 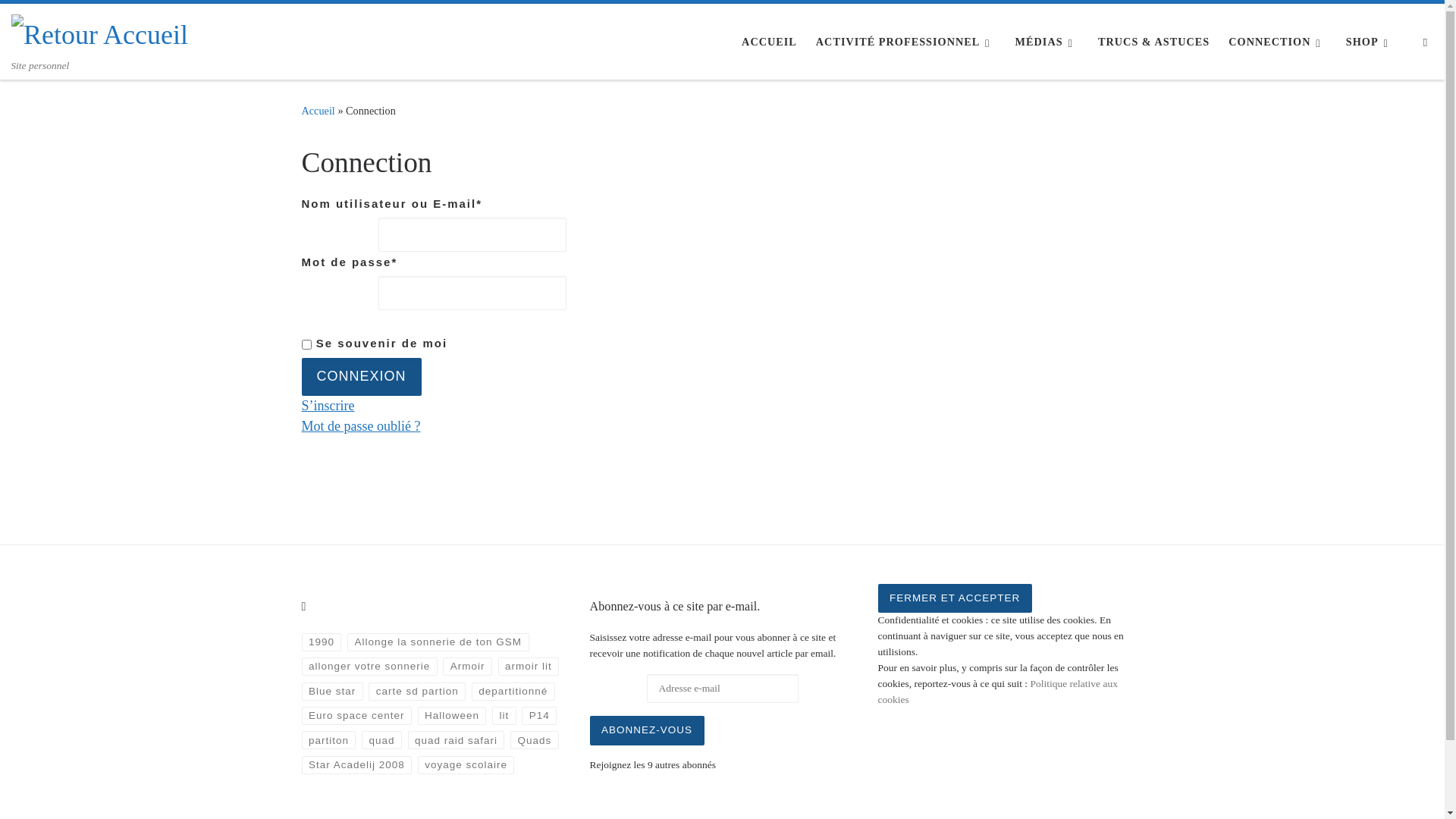 I want to click on 'Halloween', so click(x=451, y=716).